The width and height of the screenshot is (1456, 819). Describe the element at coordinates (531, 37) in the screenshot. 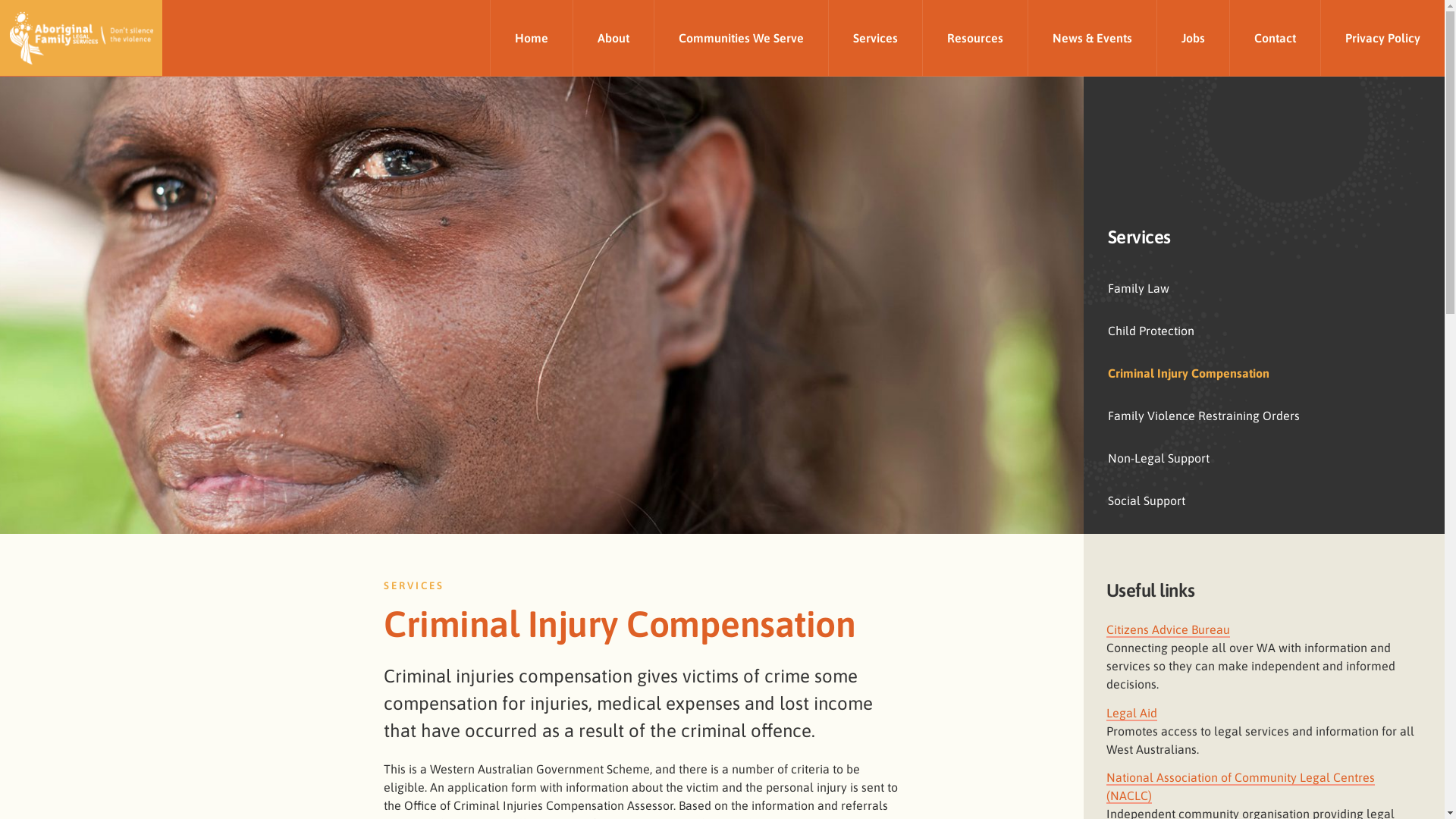

I see `'Home'` at that location.